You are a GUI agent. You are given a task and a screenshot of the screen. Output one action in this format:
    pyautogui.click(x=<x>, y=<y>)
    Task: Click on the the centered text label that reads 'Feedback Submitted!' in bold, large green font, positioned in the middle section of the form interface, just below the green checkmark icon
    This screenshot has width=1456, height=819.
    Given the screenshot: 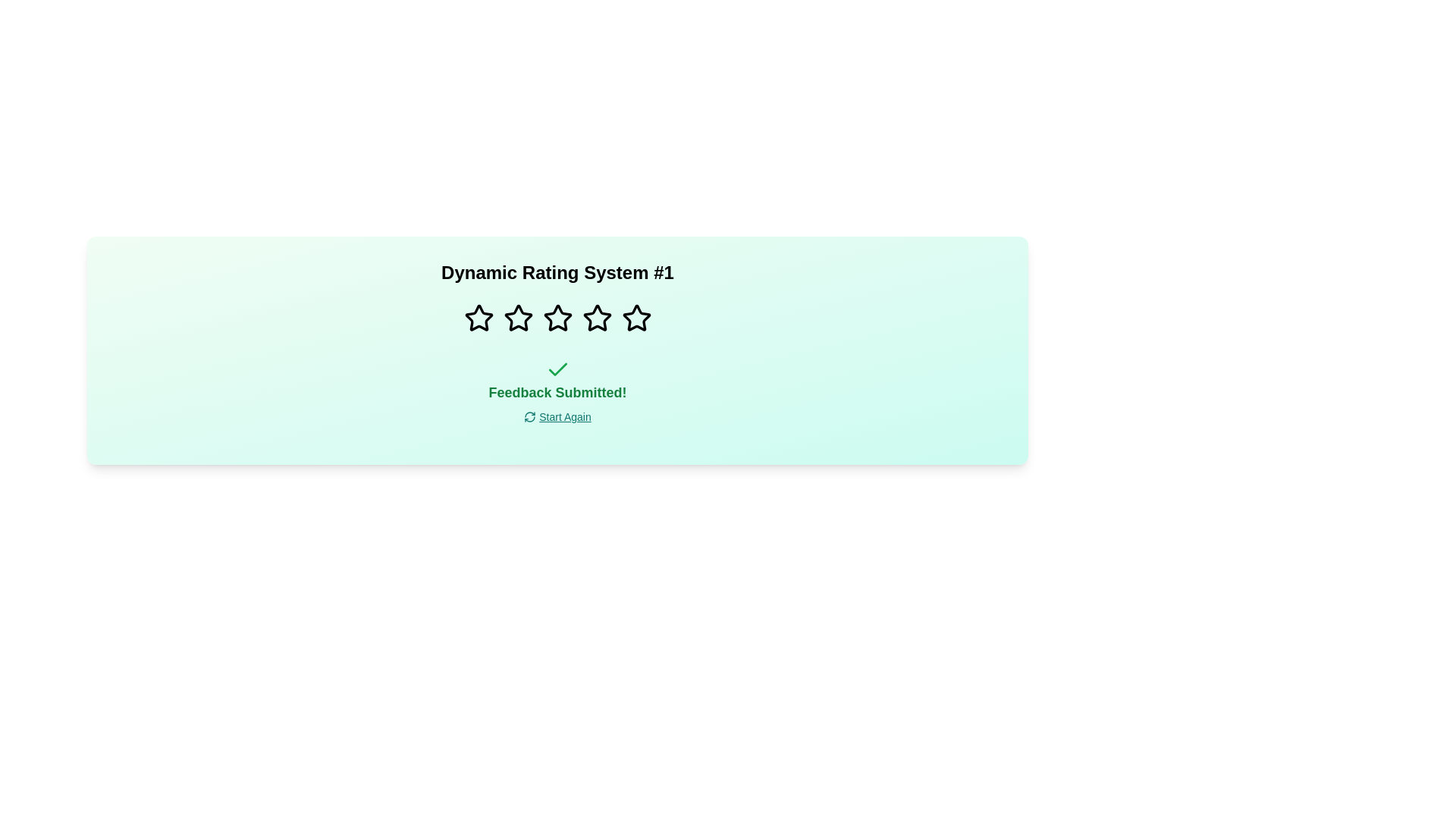 What is the action you would take?
    pyautogui.click(x=557, y=391)
    